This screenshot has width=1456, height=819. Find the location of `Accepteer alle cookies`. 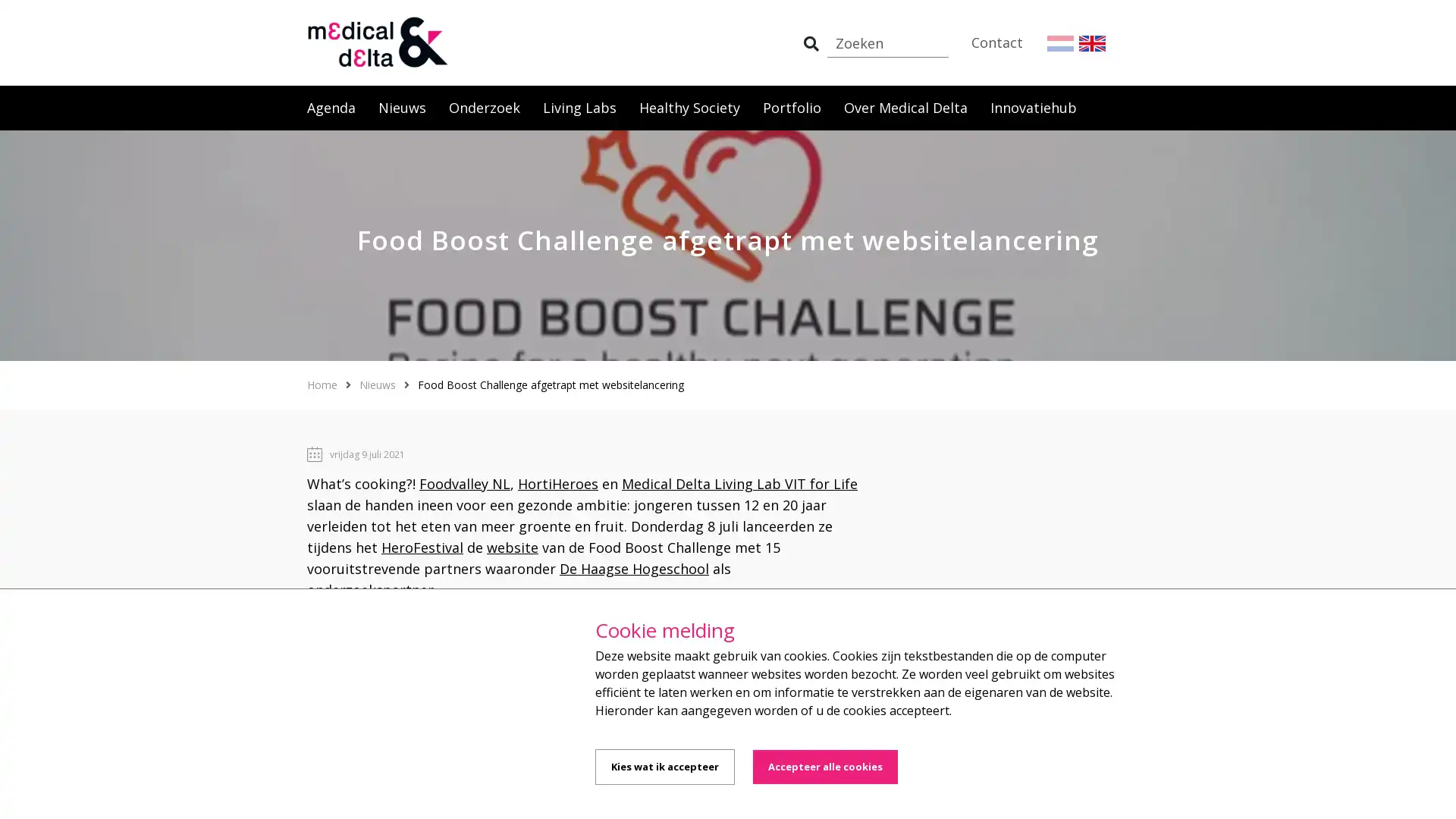

Accepteer alle cookies is located at coordinates (824, 767).